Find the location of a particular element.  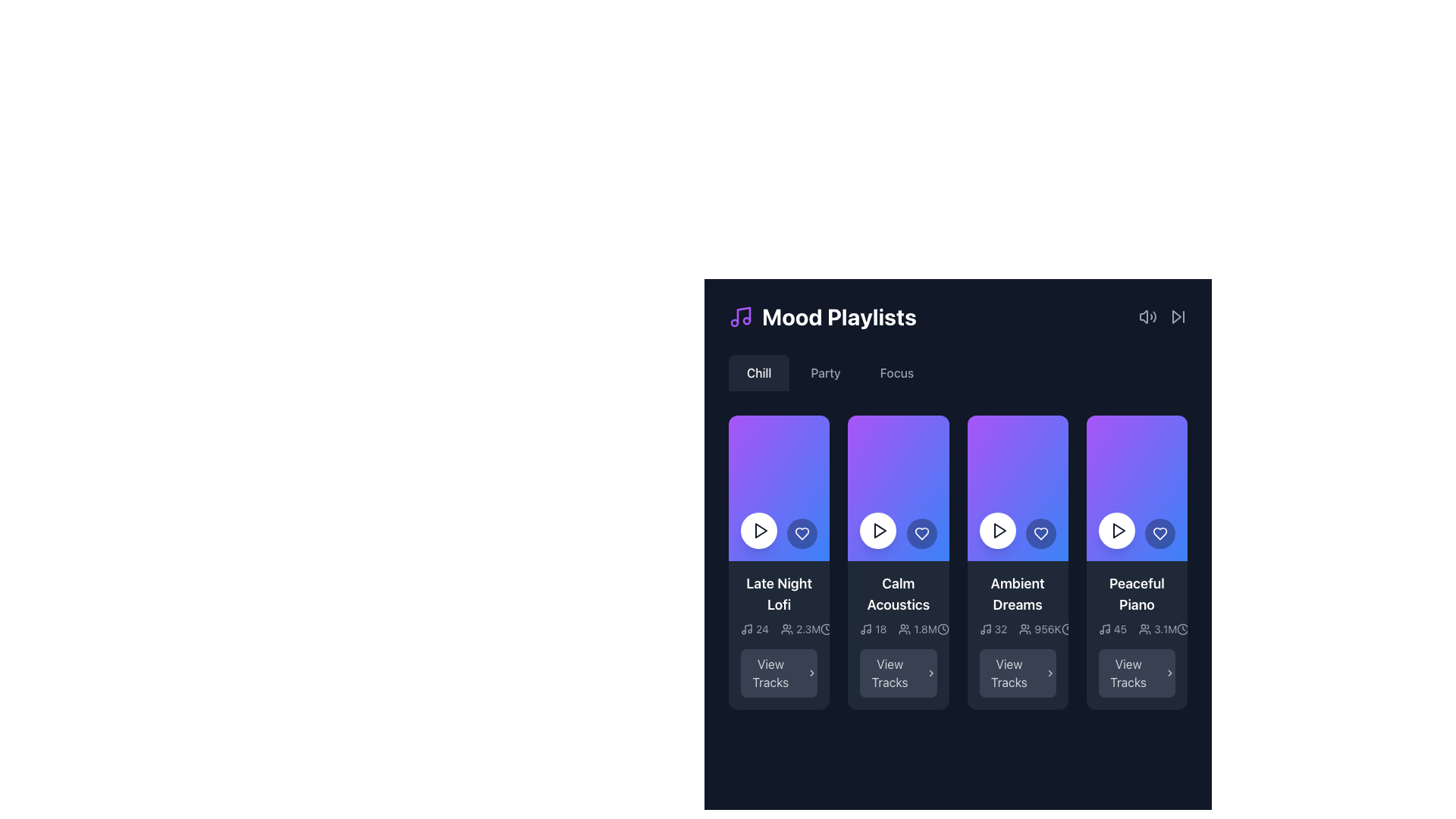

information displayed in the text element indicating the number of tracks related to the 'Calm Acoustics' playlist, located above the 'View Tracks' button is located at coordinates (873, 629).